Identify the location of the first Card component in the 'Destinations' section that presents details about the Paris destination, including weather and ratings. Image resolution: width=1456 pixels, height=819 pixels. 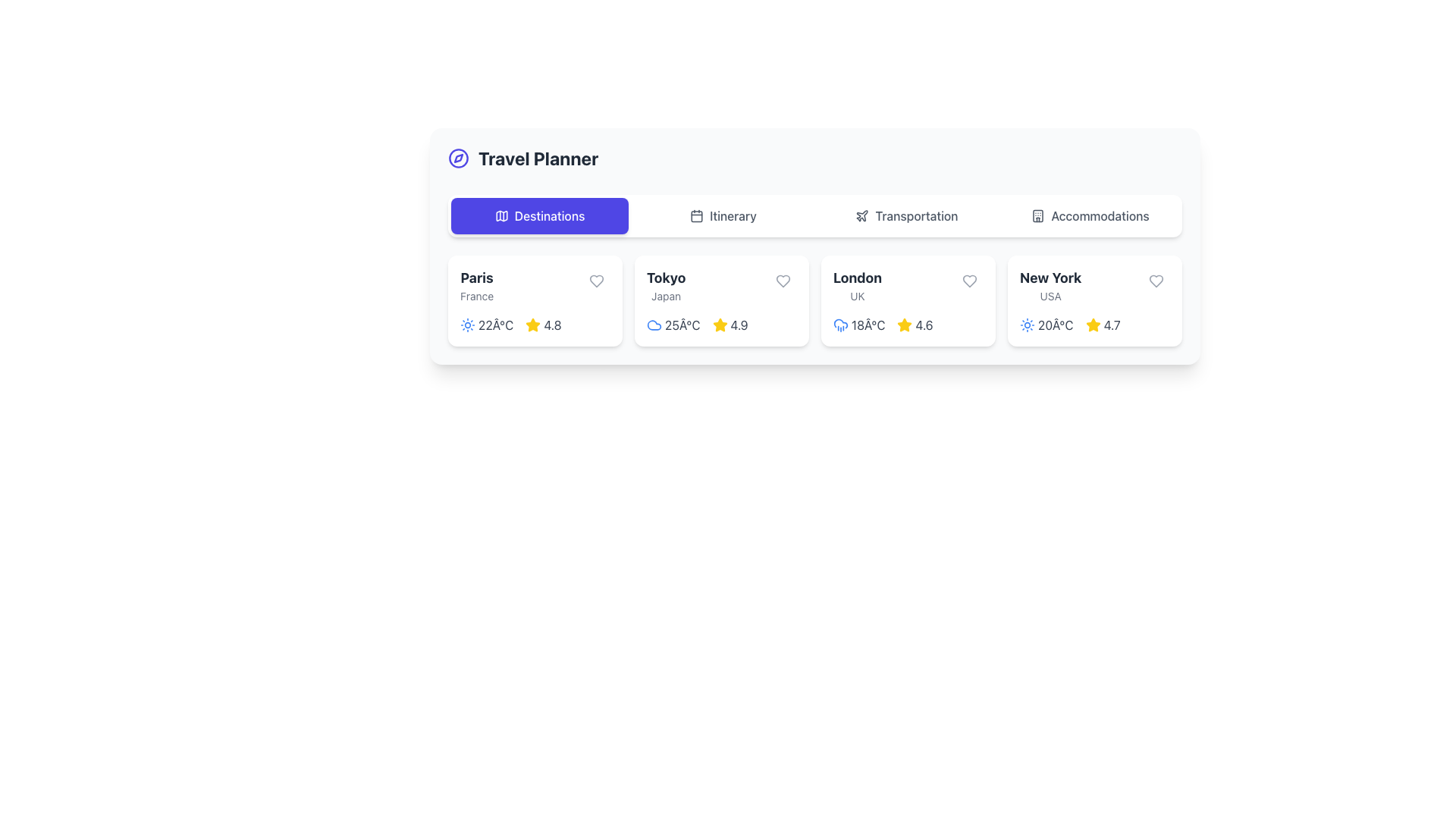
(535, 301).